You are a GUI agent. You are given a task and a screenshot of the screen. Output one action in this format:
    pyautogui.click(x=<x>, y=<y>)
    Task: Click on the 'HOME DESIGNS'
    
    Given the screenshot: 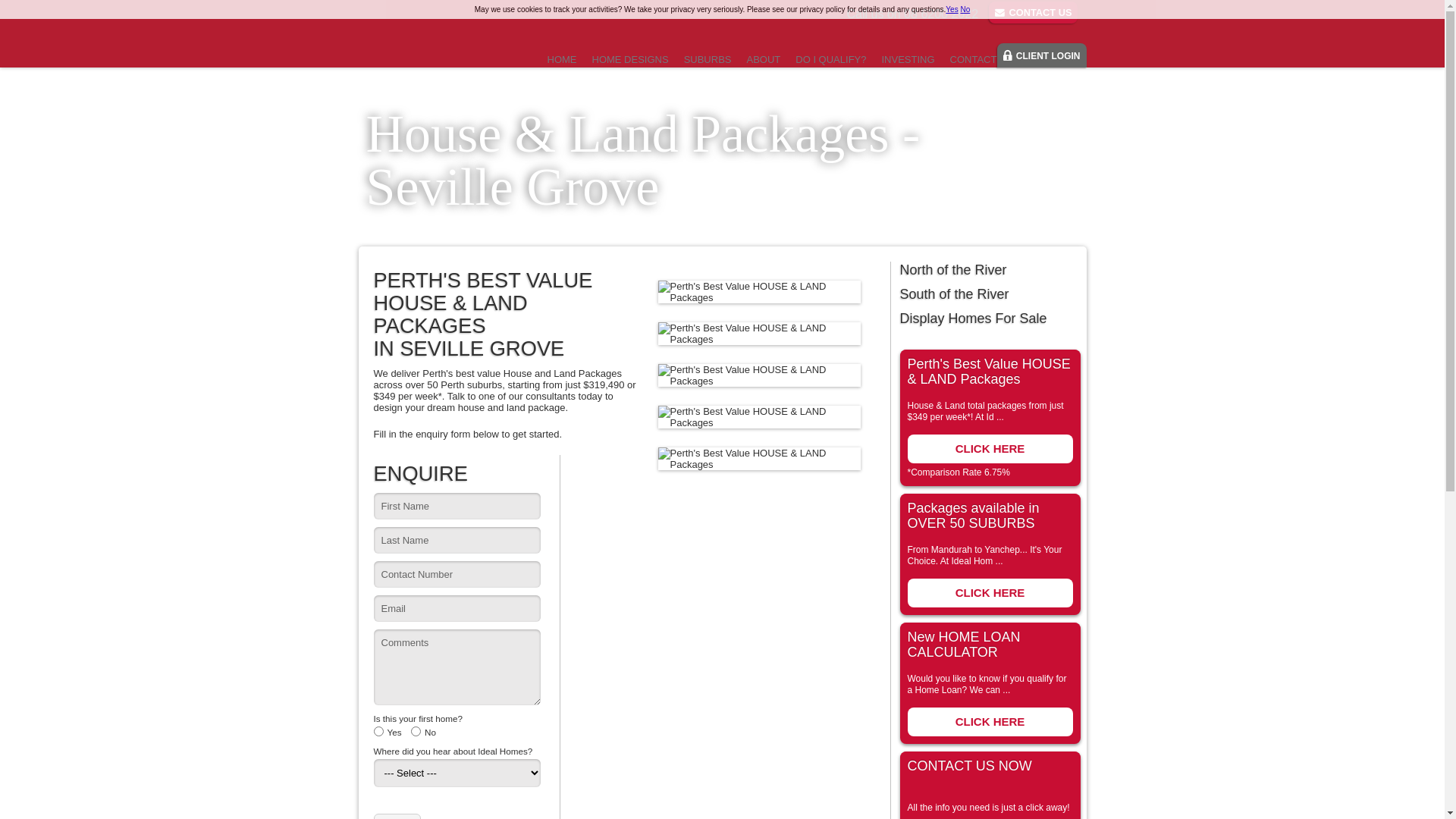 What is the action you would take?
    pyautogui.click(x=629, y=58)
    